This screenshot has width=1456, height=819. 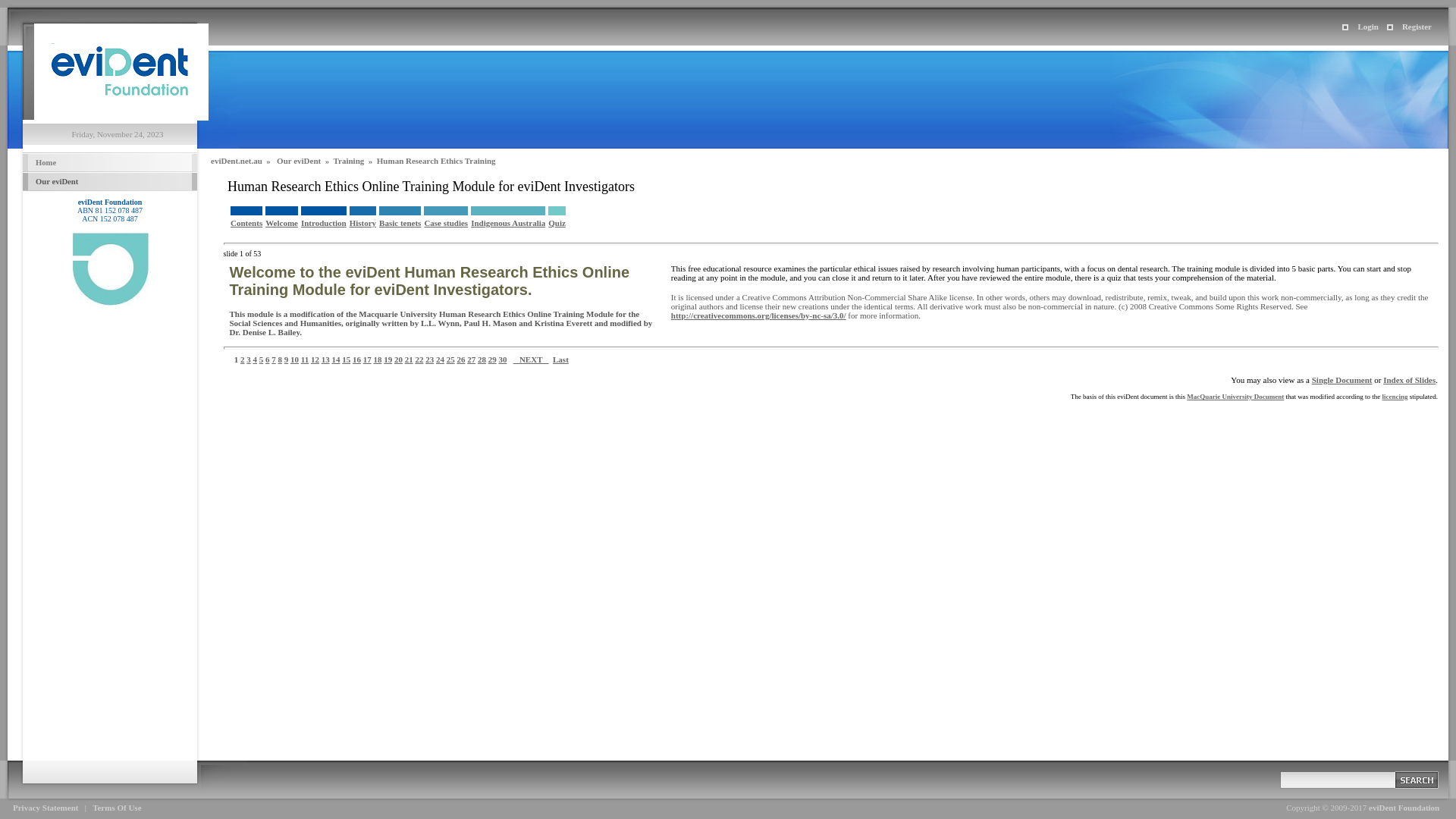 What do you see at coordinates (556, 222) in the screenshot?
I see `'Quiz'` at bounding box center [556, 222].